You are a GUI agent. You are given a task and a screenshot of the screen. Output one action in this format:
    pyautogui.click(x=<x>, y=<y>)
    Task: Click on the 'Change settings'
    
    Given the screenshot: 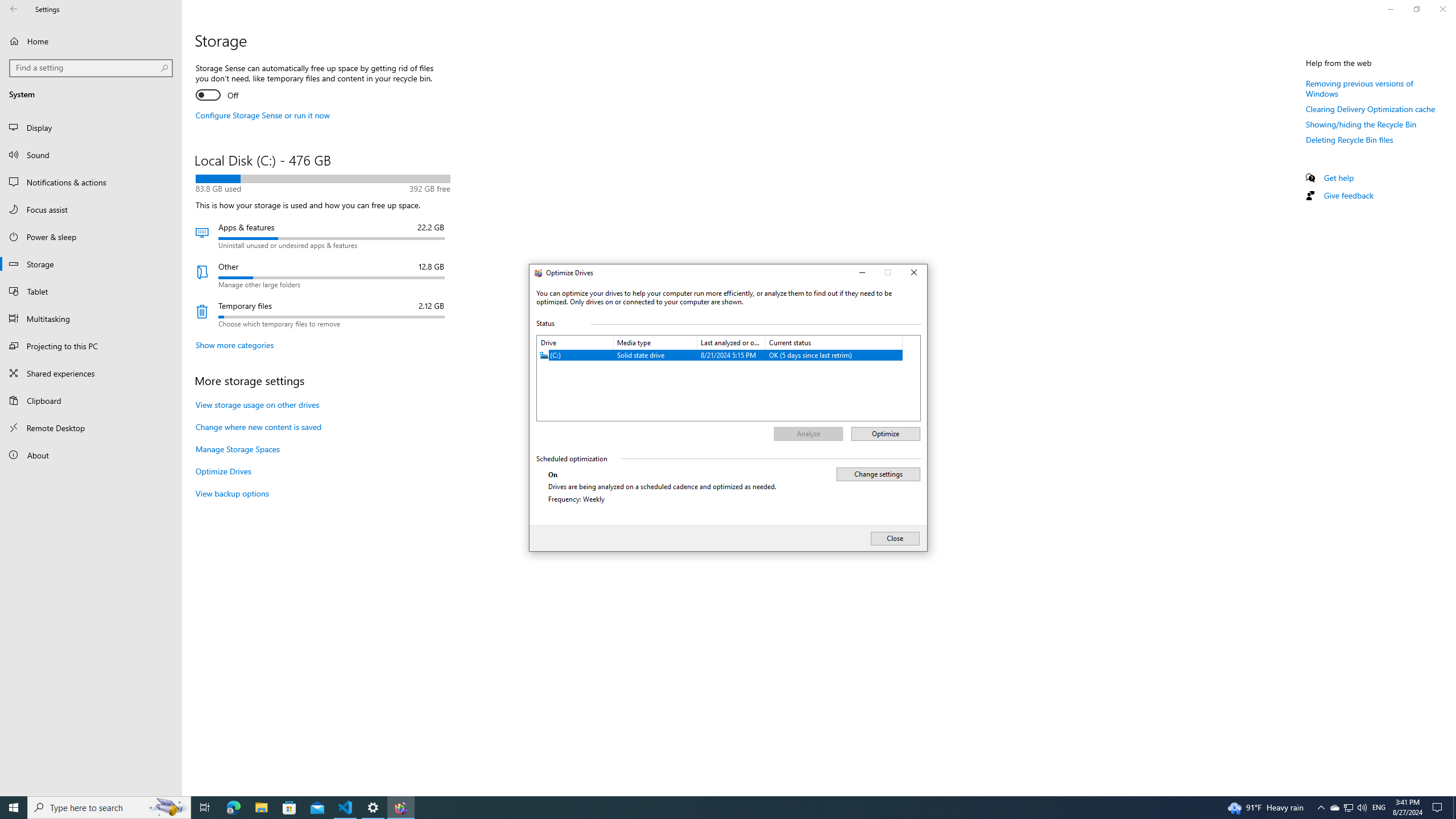 What is the action you would take?
    pyautogui.click(x=877, y=473)
    